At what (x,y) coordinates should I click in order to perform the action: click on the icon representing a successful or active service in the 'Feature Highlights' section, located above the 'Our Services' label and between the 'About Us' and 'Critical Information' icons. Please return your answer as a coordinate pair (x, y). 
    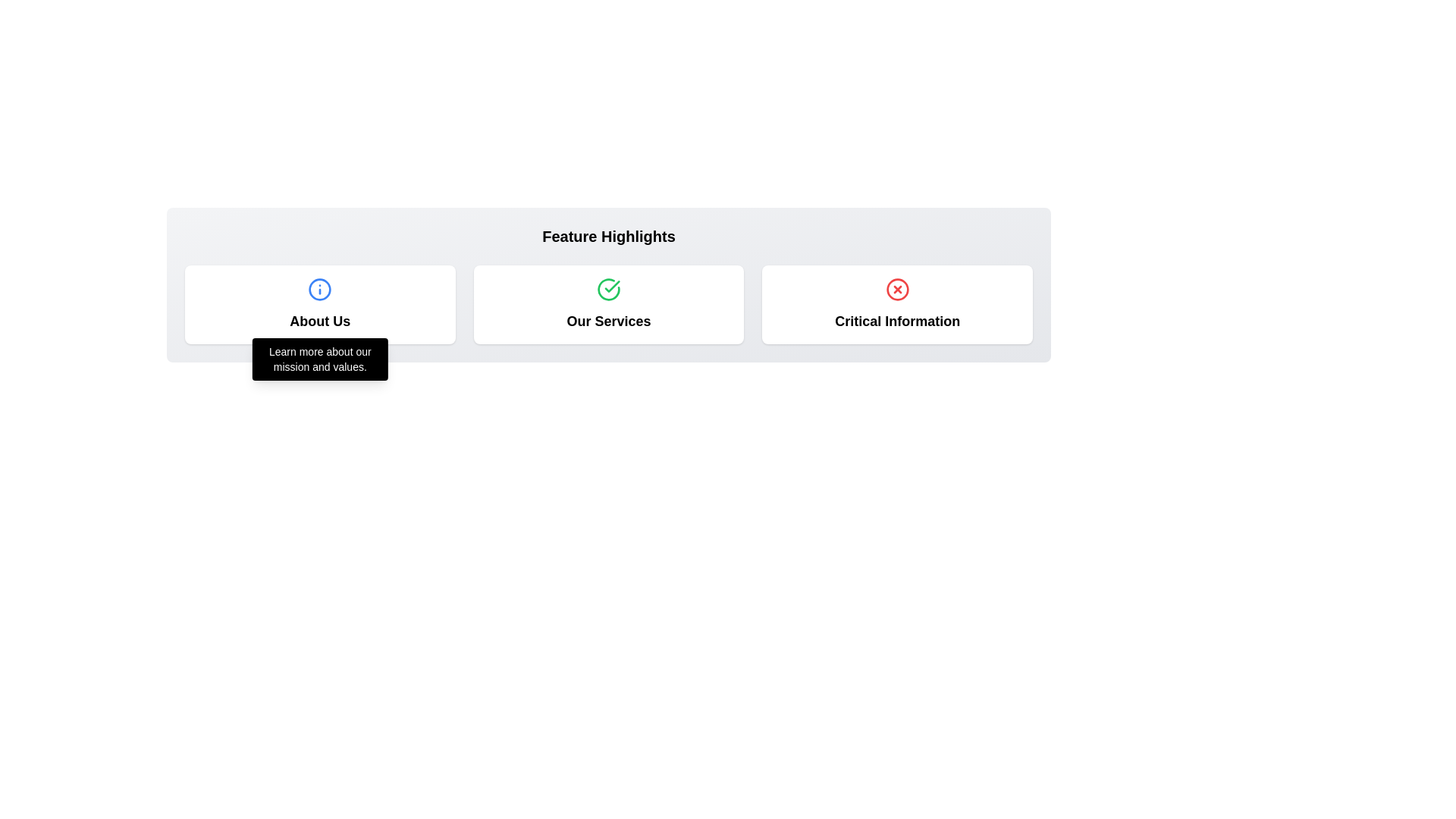
    Looking at the image, I should click on (608, 289).